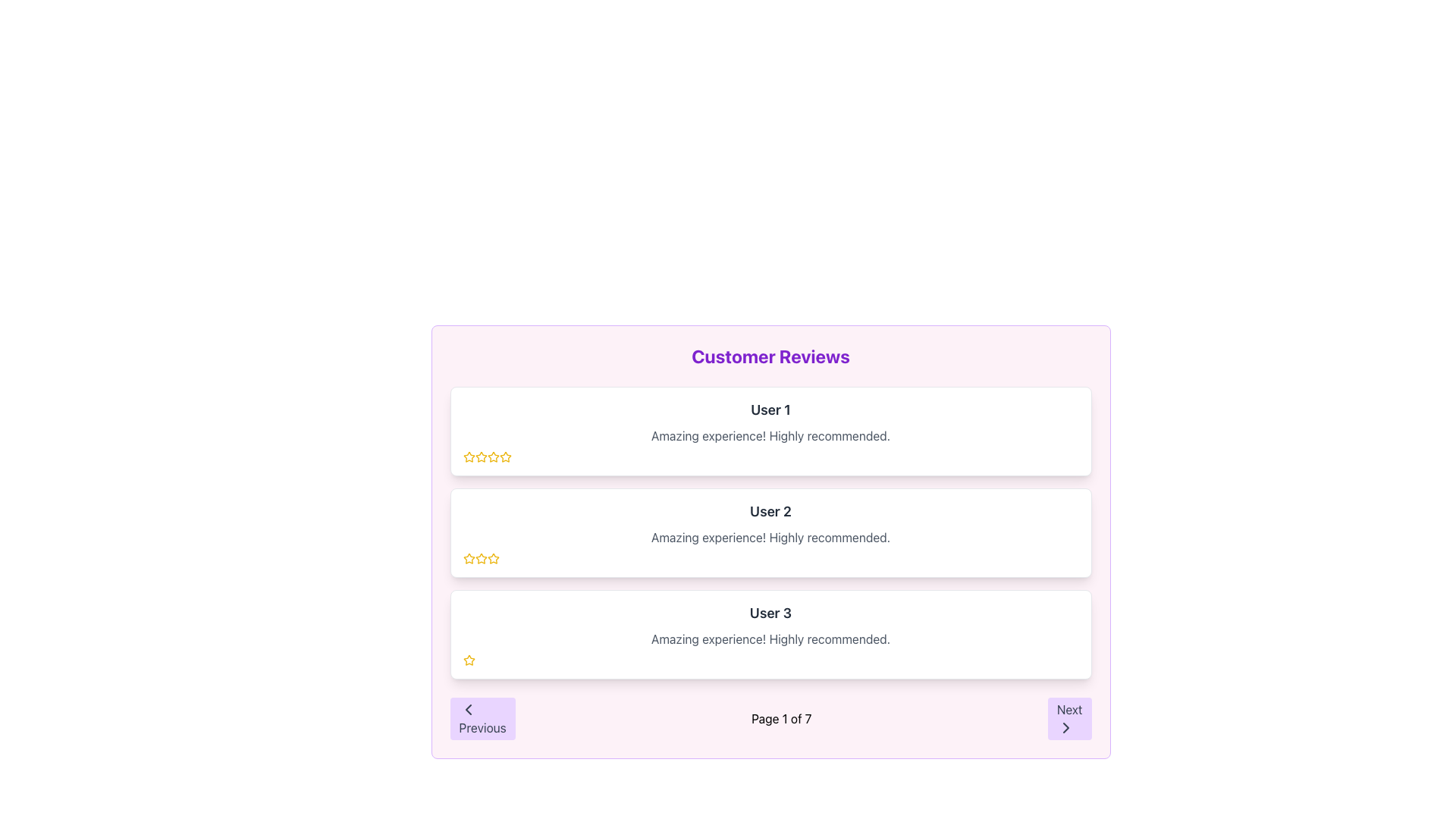 Image resolution: width=1456 pixels, height=819 pixels. What do you see at coordinates (468, 456) in the screenshot?
I see `the first rating star icon in User 1's review card, which visually represents one step in a 1-to-5 rating scale` at bounding box center [468, 456].